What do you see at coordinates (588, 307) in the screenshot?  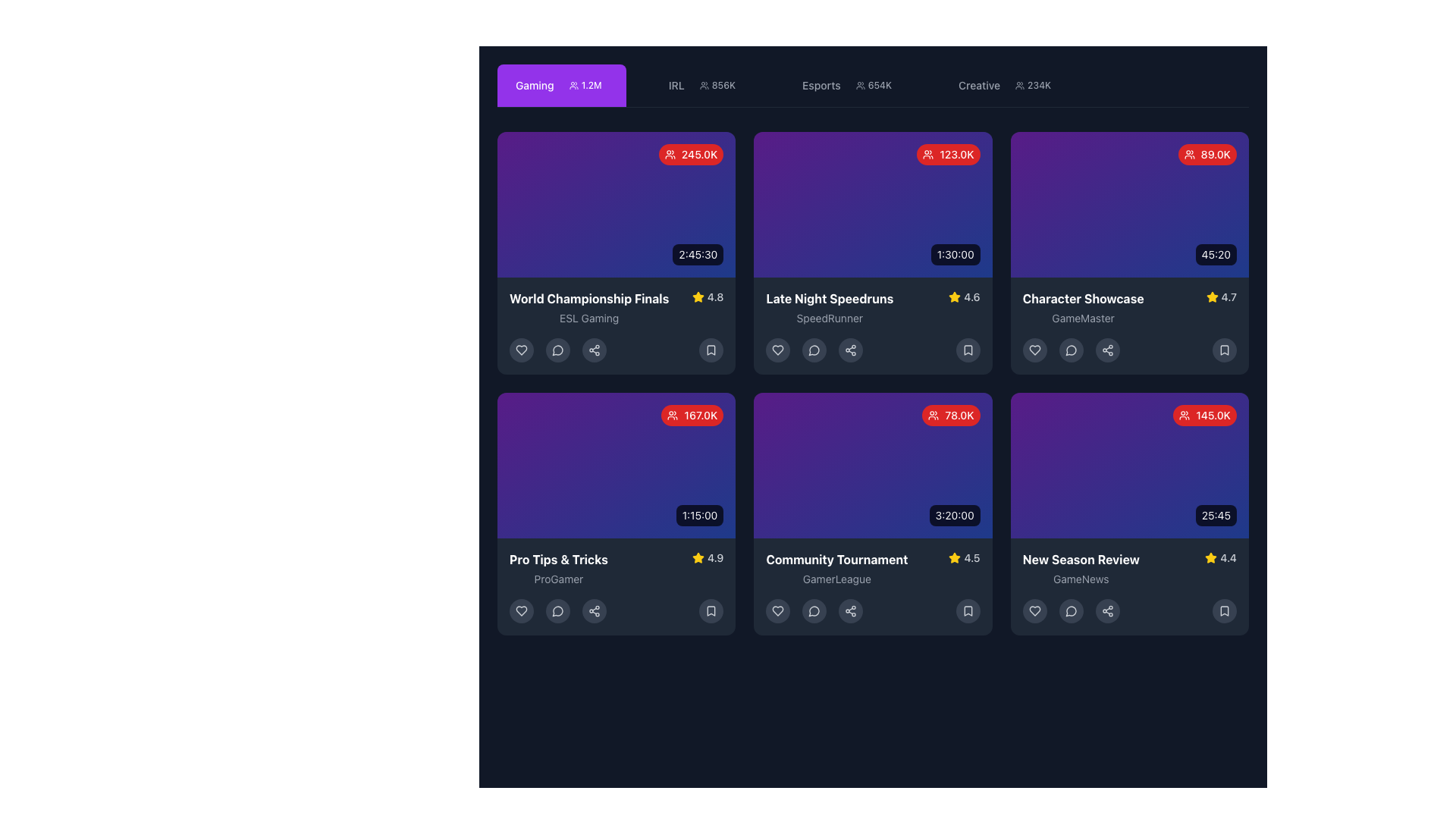 I see `the text block that contains the bold white text 'World Championship Finals' and the smaller light gray text 'ESL Gaming', which is located in the first card of the grid layout` at bounding box center [588, 307].